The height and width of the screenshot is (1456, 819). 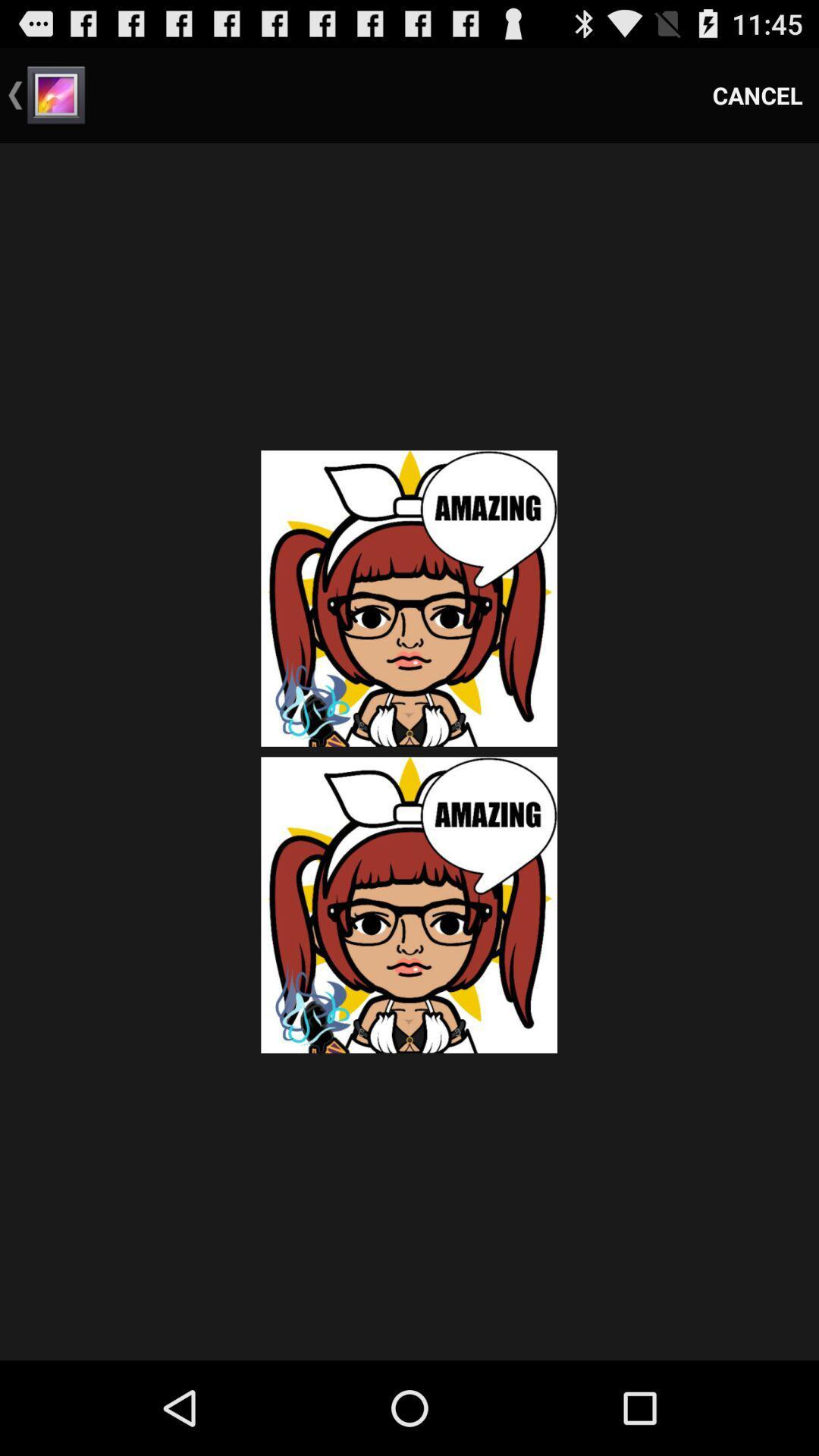 What do you see at coordinates (758, 94) in the screenshot?
I see `cancel icon` at bounding box center [758, 94].